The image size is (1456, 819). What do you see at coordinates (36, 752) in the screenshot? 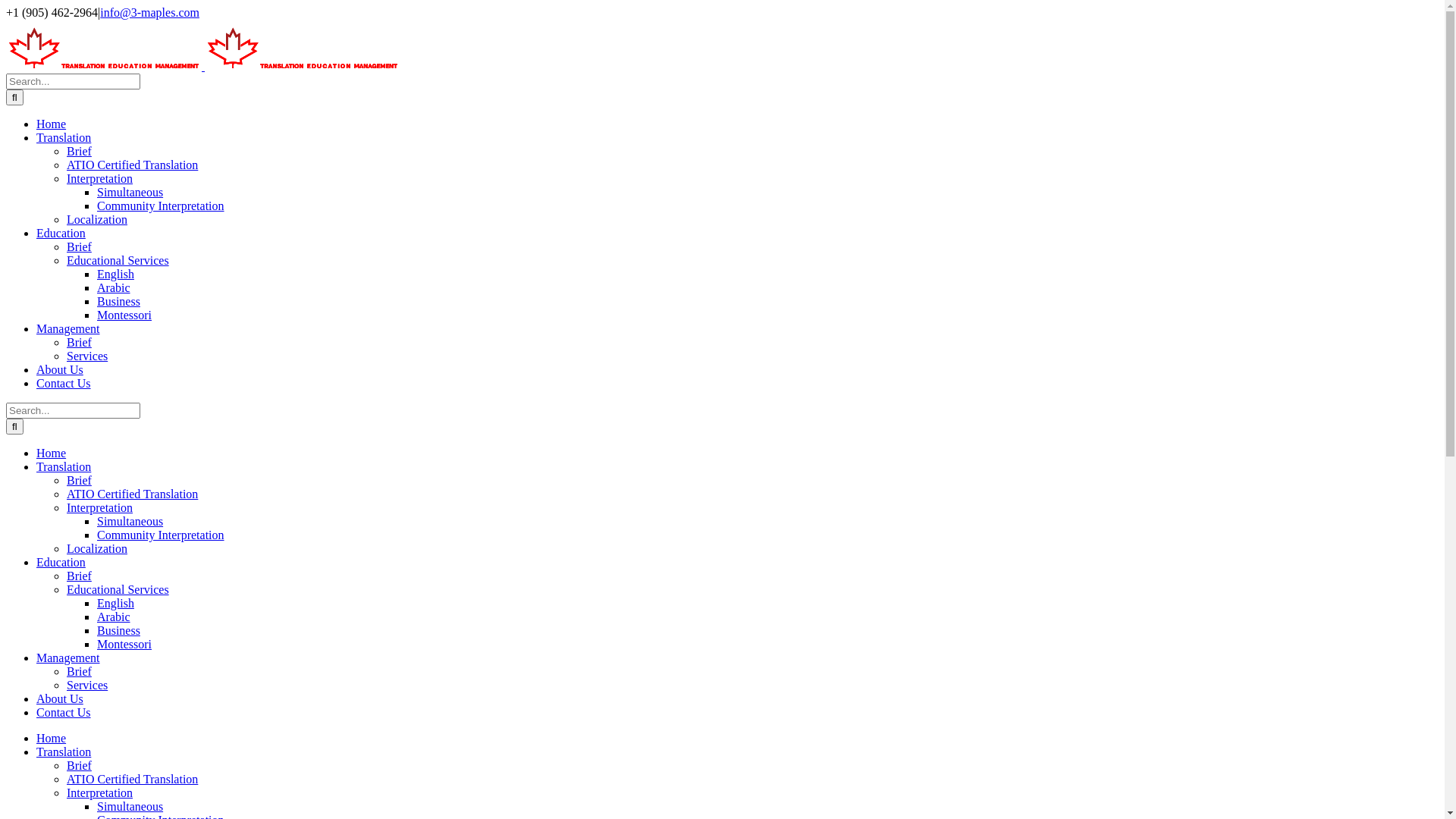
I see `'Translation'` at bounding box center [36, 752].